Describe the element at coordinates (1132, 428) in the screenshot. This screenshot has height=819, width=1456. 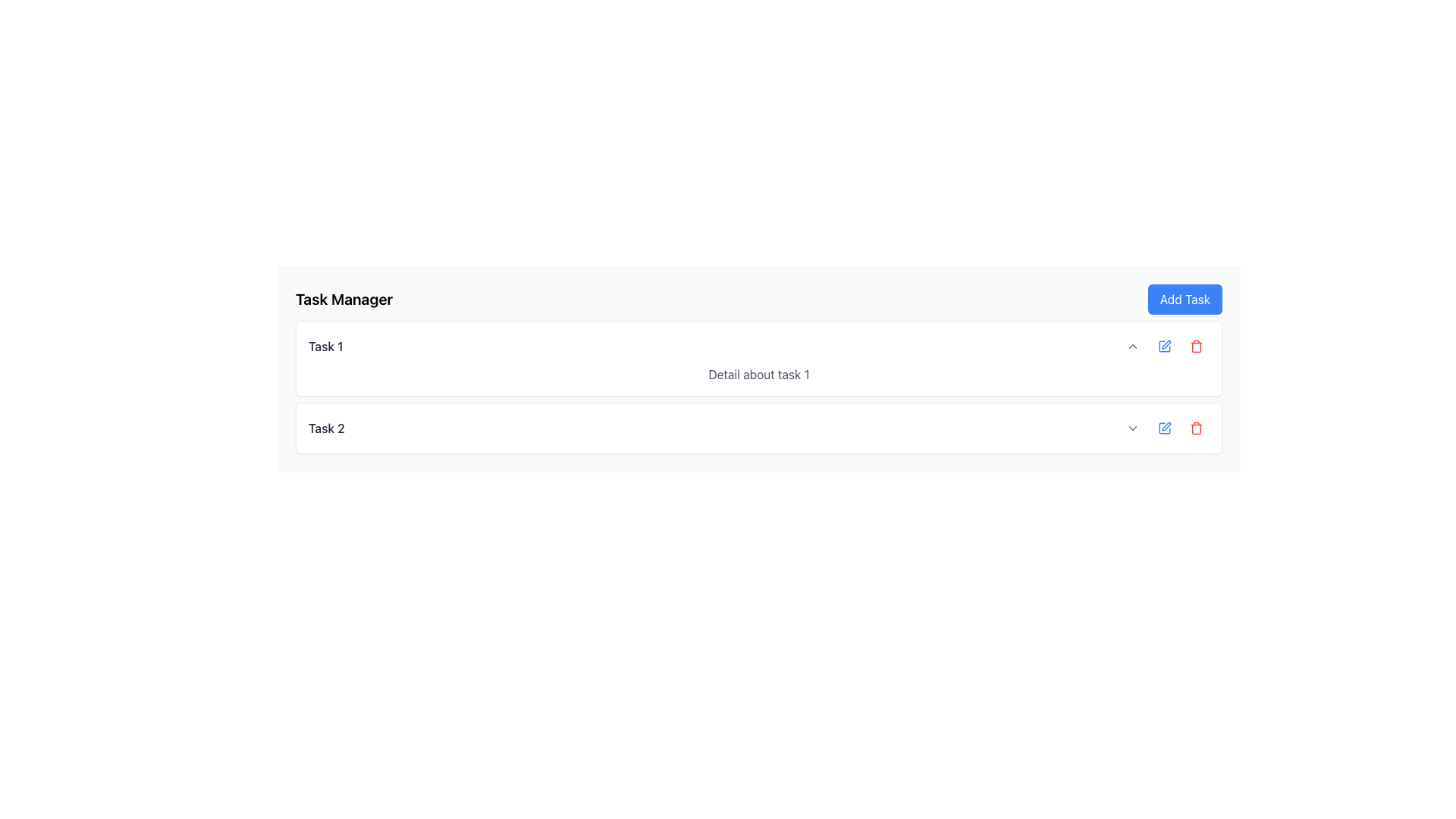
I see `the Dropdown toggle button located in the action column of the second task entry row` at that location.